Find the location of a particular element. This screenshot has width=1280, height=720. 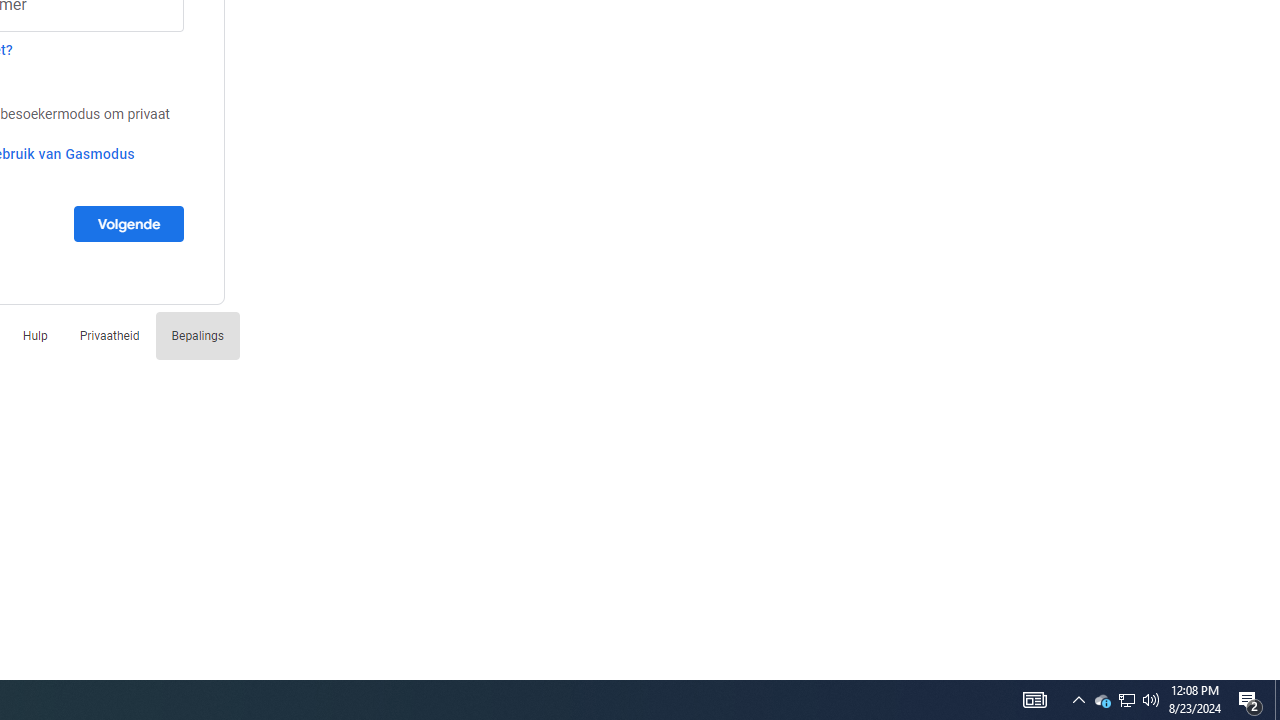

'Volgende' is located at coordinates (127, 223).